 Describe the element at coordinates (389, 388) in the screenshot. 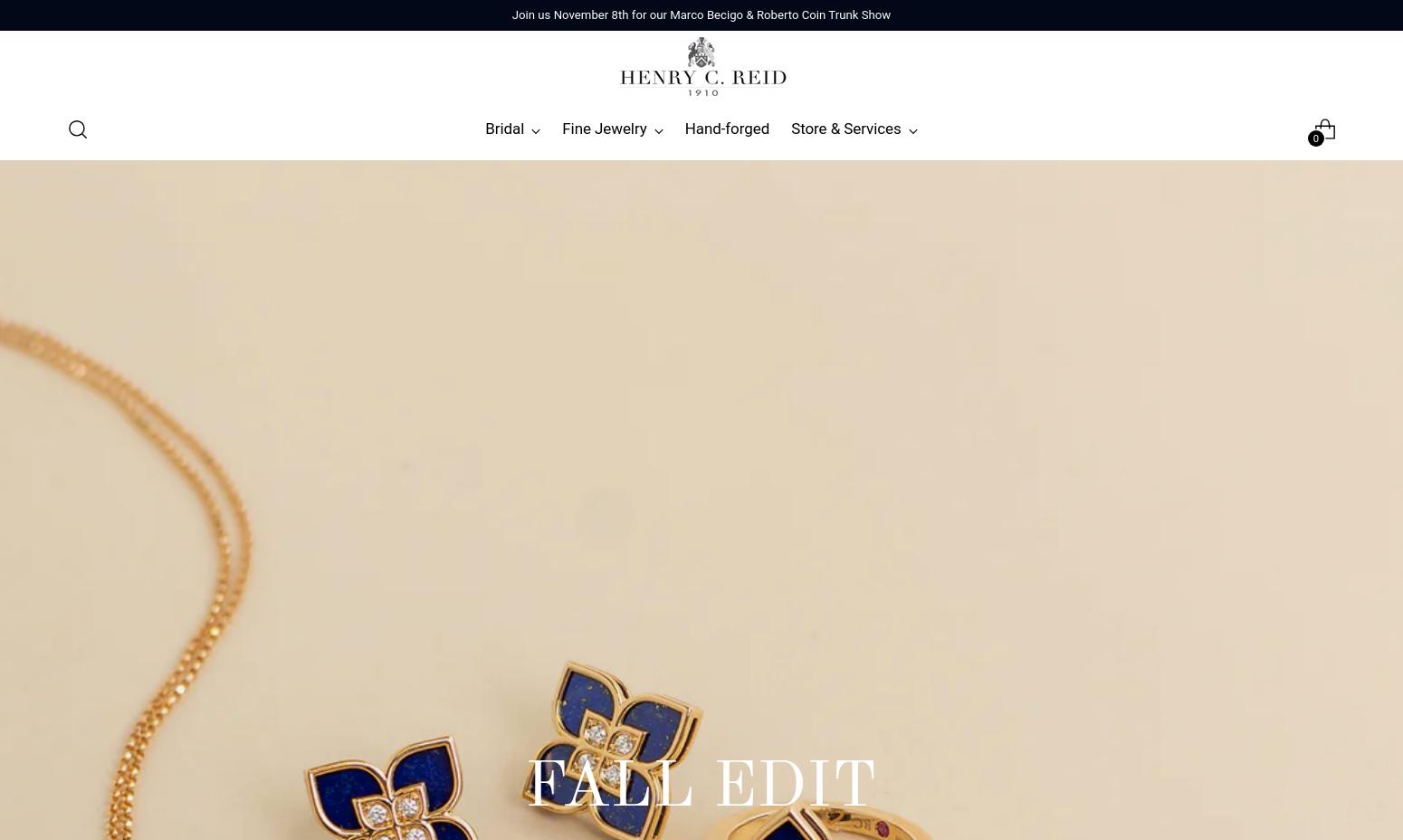

I see `'Marco Bicego'` at that location.